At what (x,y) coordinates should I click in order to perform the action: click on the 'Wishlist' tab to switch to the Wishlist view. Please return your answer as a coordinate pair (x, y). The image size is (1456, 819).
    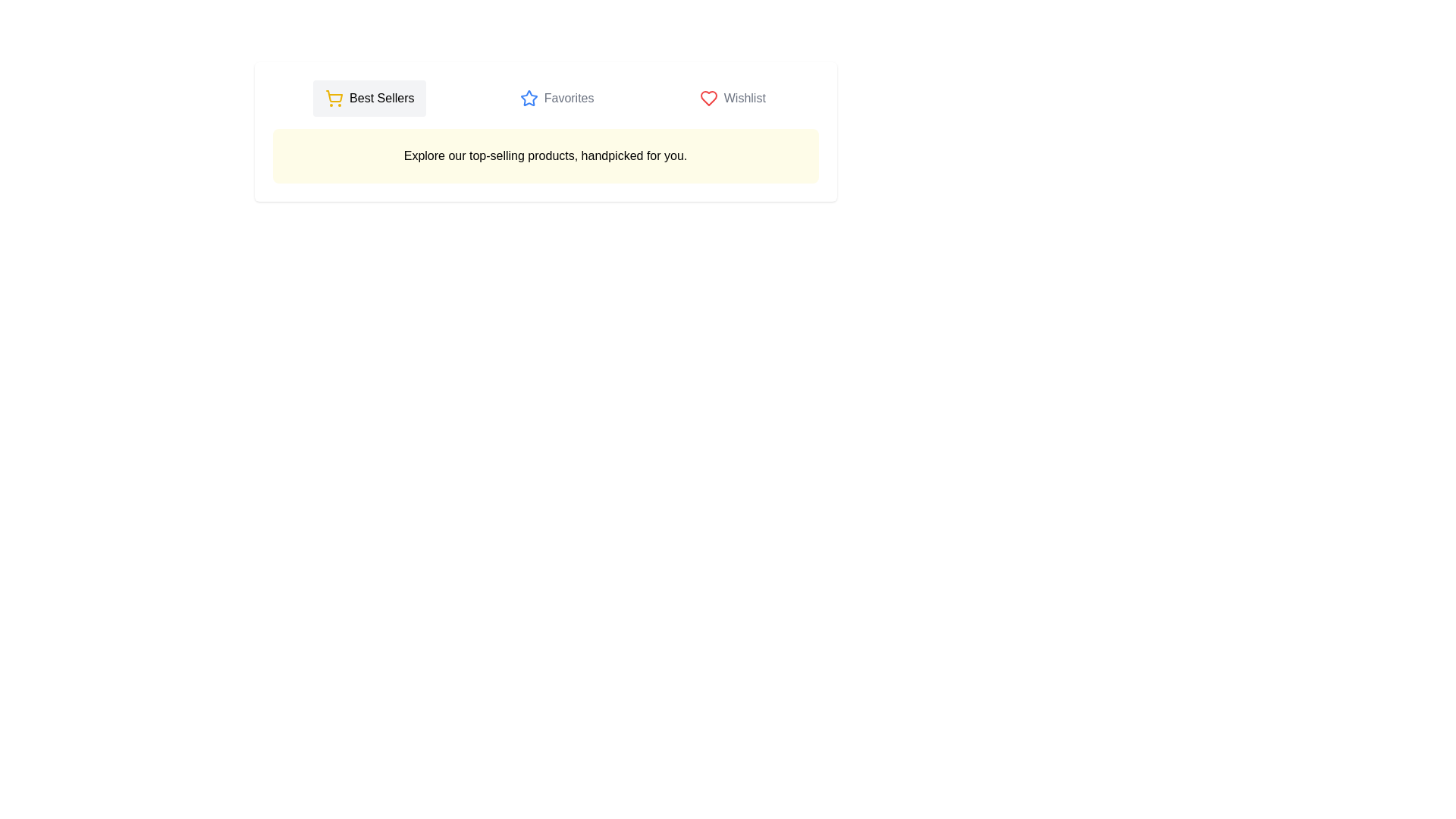
    Looking at the image, I should click on (733, 99).